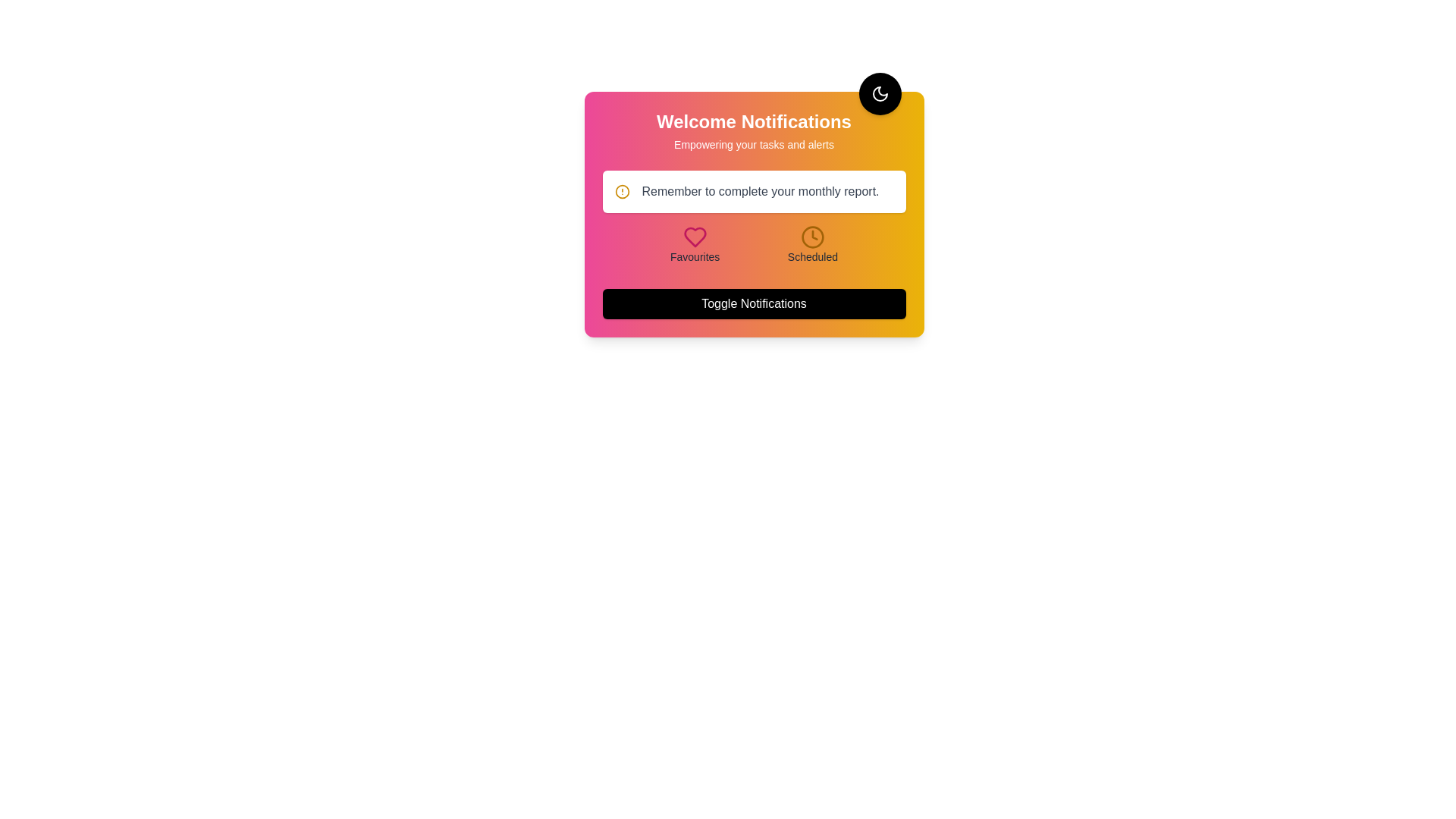 Image resolution: width=1456 pixels, height=819 pixels. Describe the element at coordinates (811, 244) in the screenshot. I see `the 'Scheduled' button that features a yellow clock icon above gray text, located under 'Welcome Notifications' and to the right of 'Favourites'` at that location.